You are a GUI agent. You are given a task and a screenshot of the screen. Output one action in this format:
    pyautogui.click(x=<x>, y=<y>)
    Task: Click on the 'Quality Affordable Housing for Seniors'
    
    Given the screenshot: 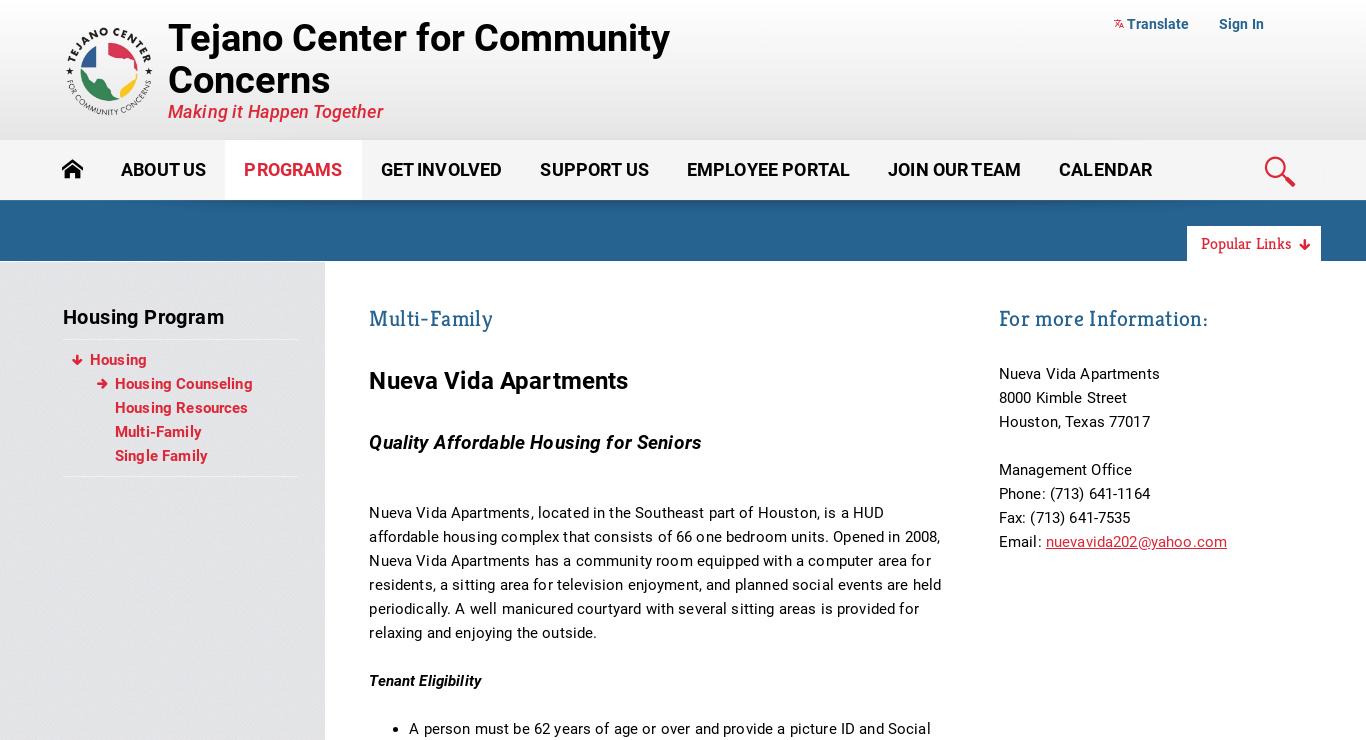 What is the action you would take?
    pyautogui.click(x=535, y=441)
    